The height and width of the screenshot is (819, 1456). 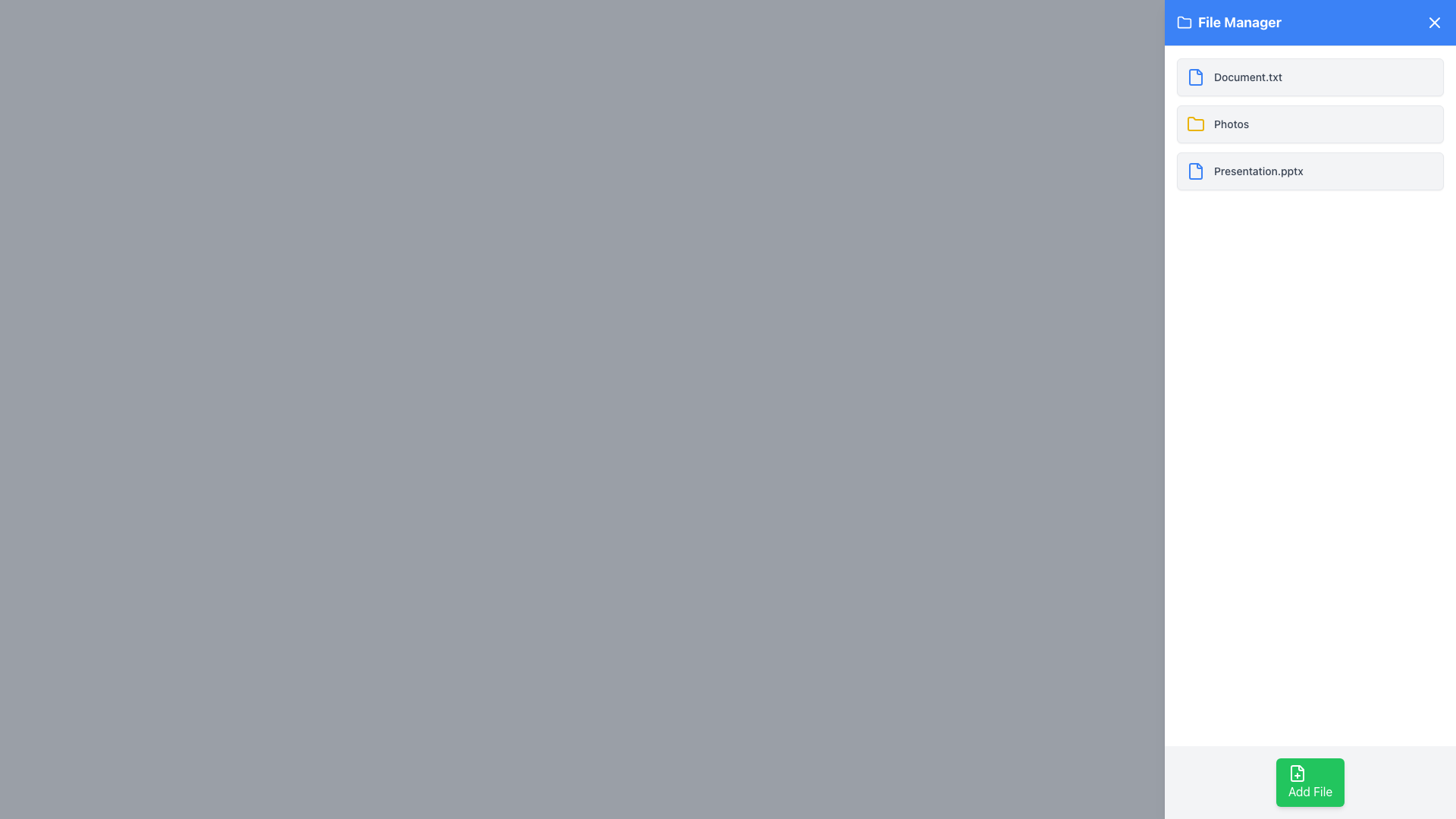 I want to click on the folder icon that represents the 'File Manager' application, located to the left of the title text in the header section, so click(x=1183, y=23).